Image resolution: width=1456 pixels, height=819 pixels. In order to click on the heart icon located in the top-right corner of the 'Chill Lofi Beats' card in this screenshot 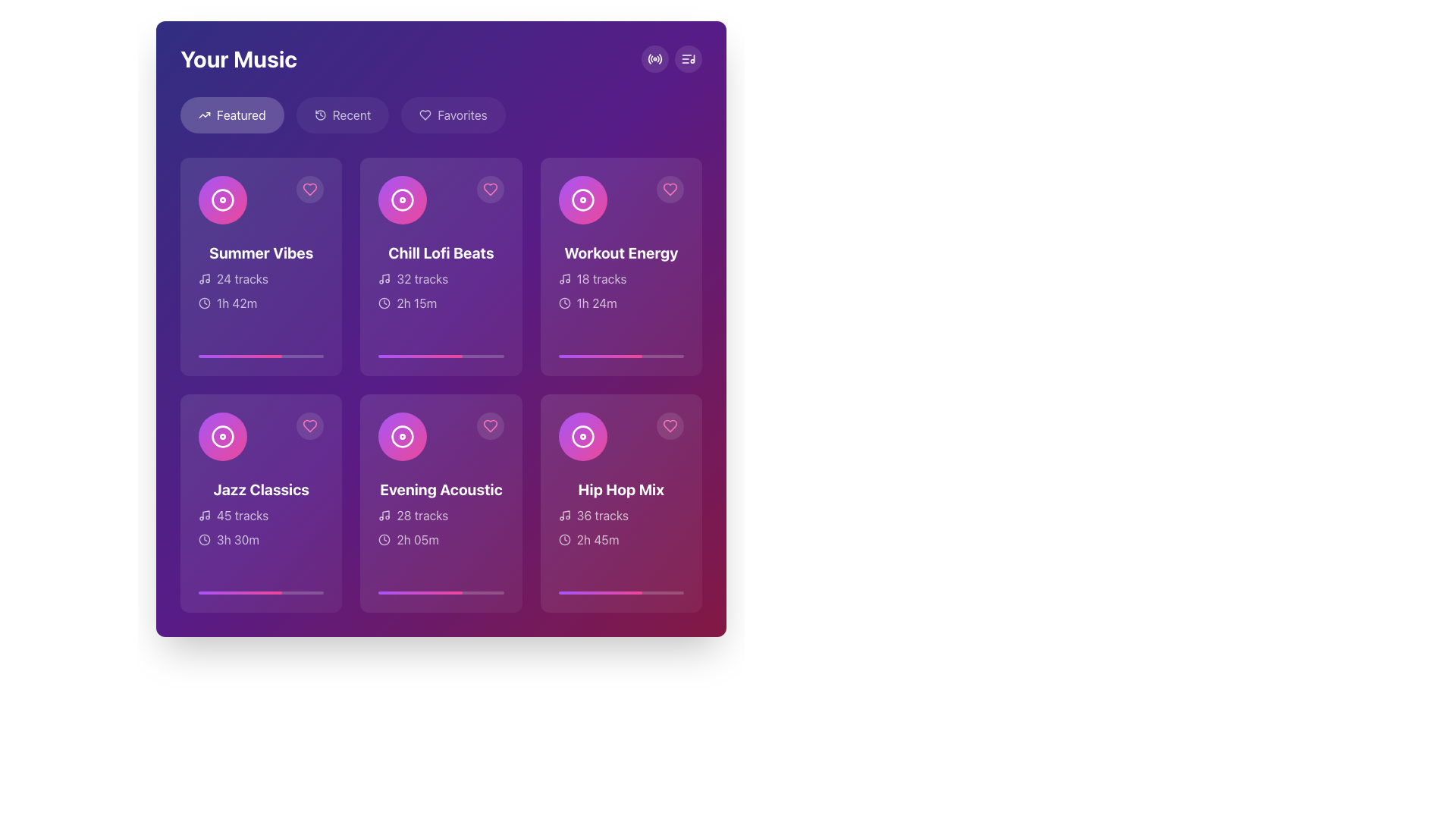, I will do `click(425, 114)`.